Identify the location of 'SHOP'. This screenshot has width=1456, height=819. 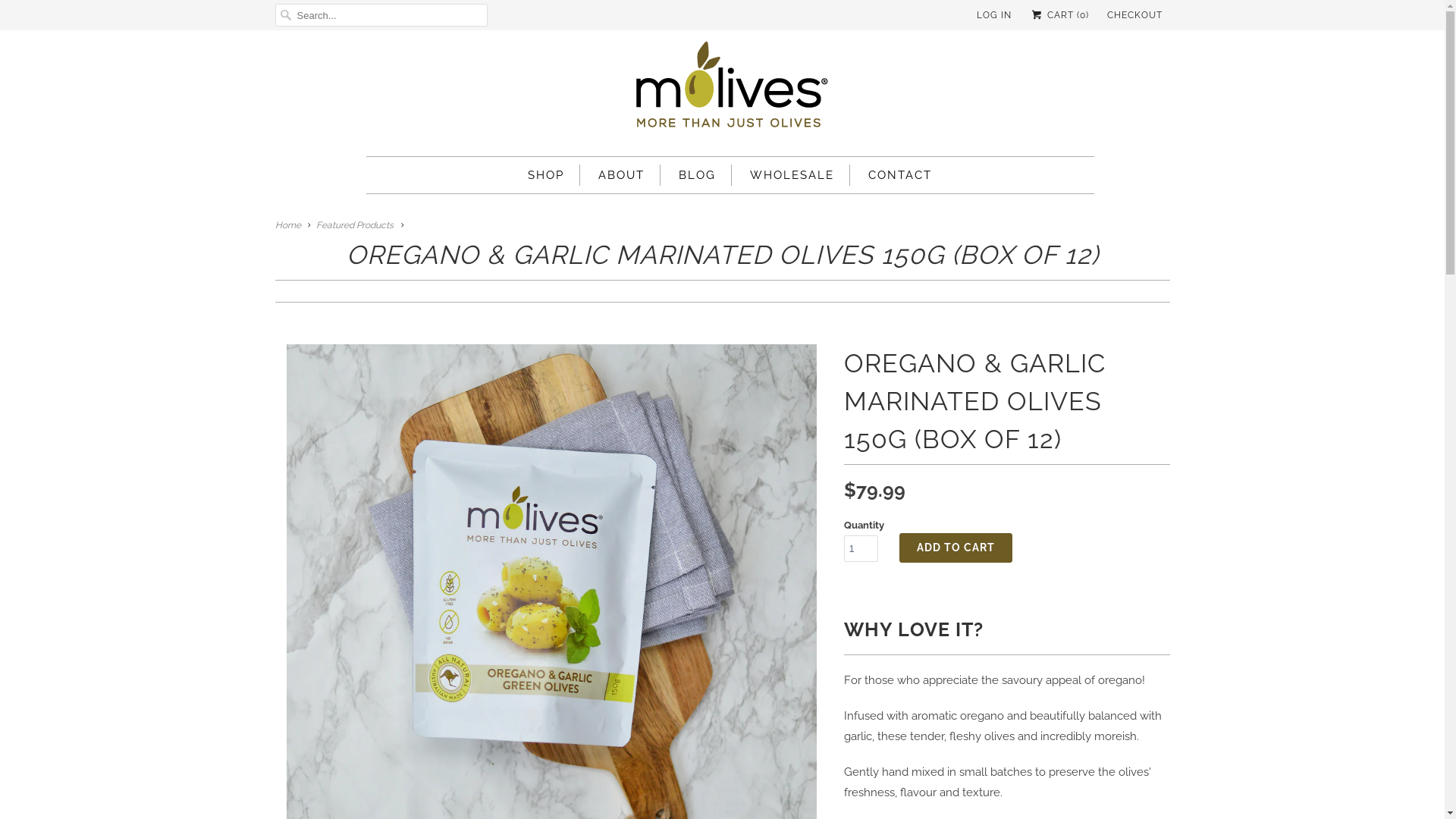
(546, 174).